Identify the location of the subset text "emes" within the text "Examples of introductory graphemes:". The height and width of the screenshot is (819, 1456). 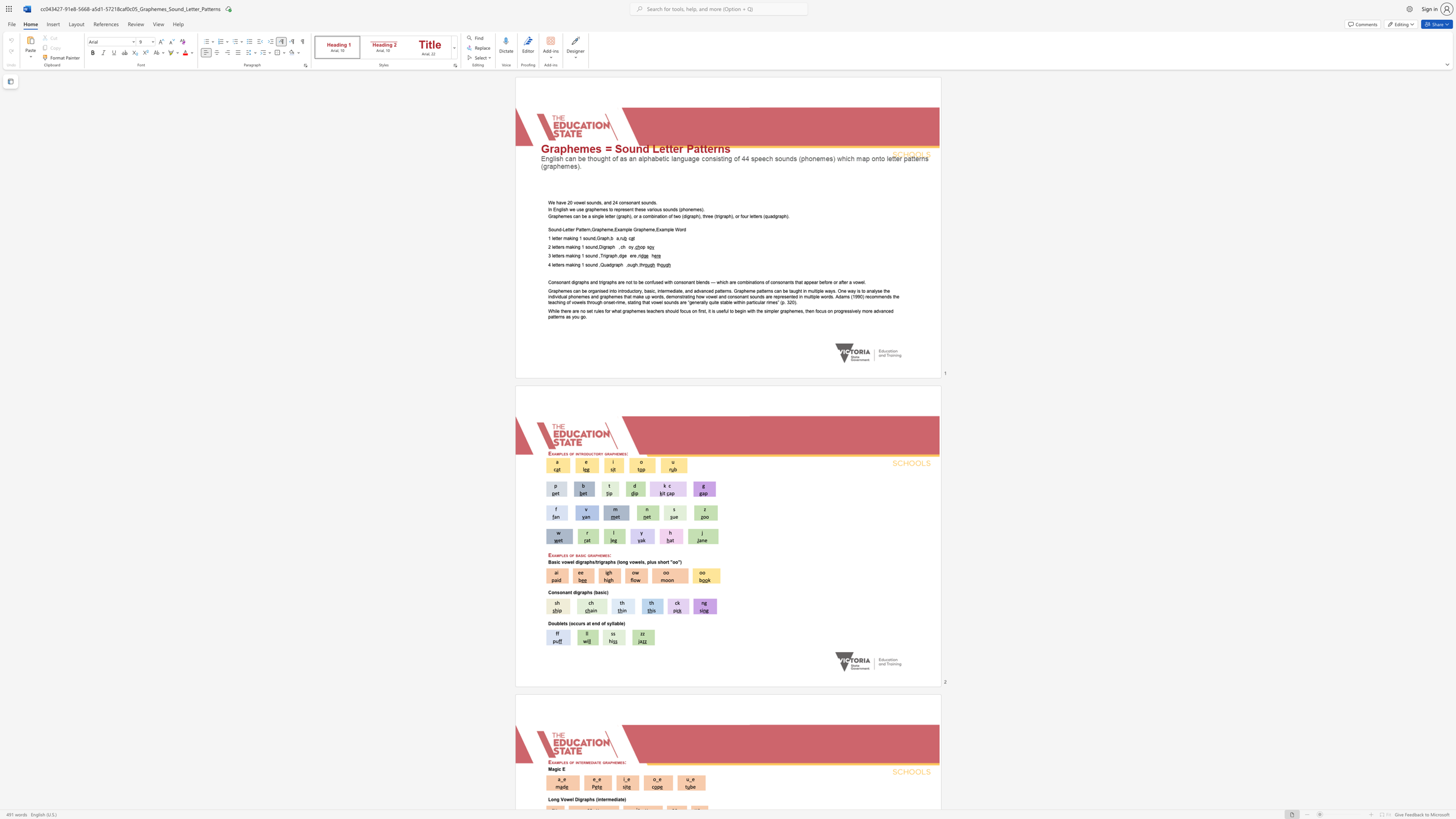
(617, 453).